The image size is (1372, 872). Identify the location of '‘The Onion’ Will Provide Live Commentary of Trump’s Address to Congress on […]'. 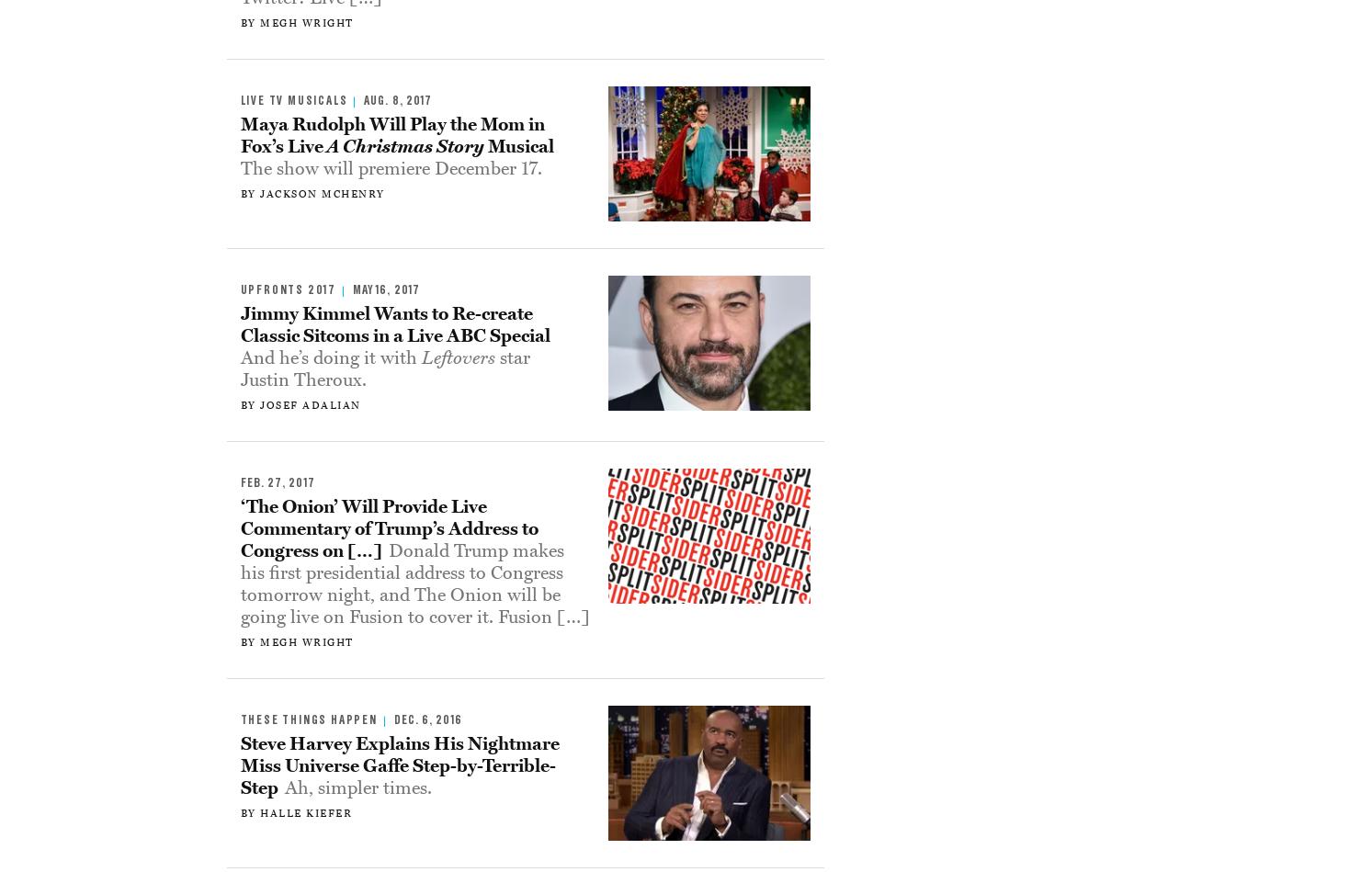
(388, 527).